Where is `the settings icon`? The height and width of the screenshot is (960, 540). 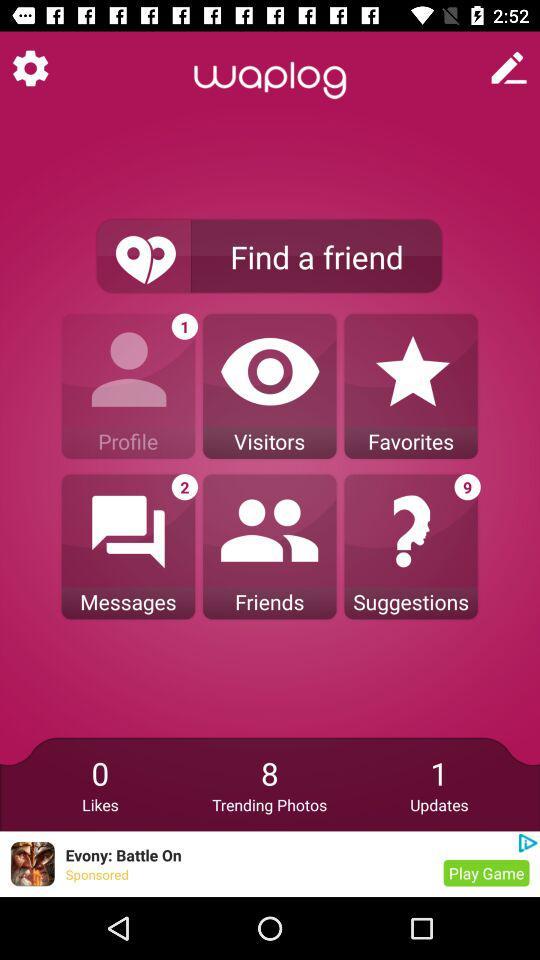 the settings icon is located at coordinates (29, 68).